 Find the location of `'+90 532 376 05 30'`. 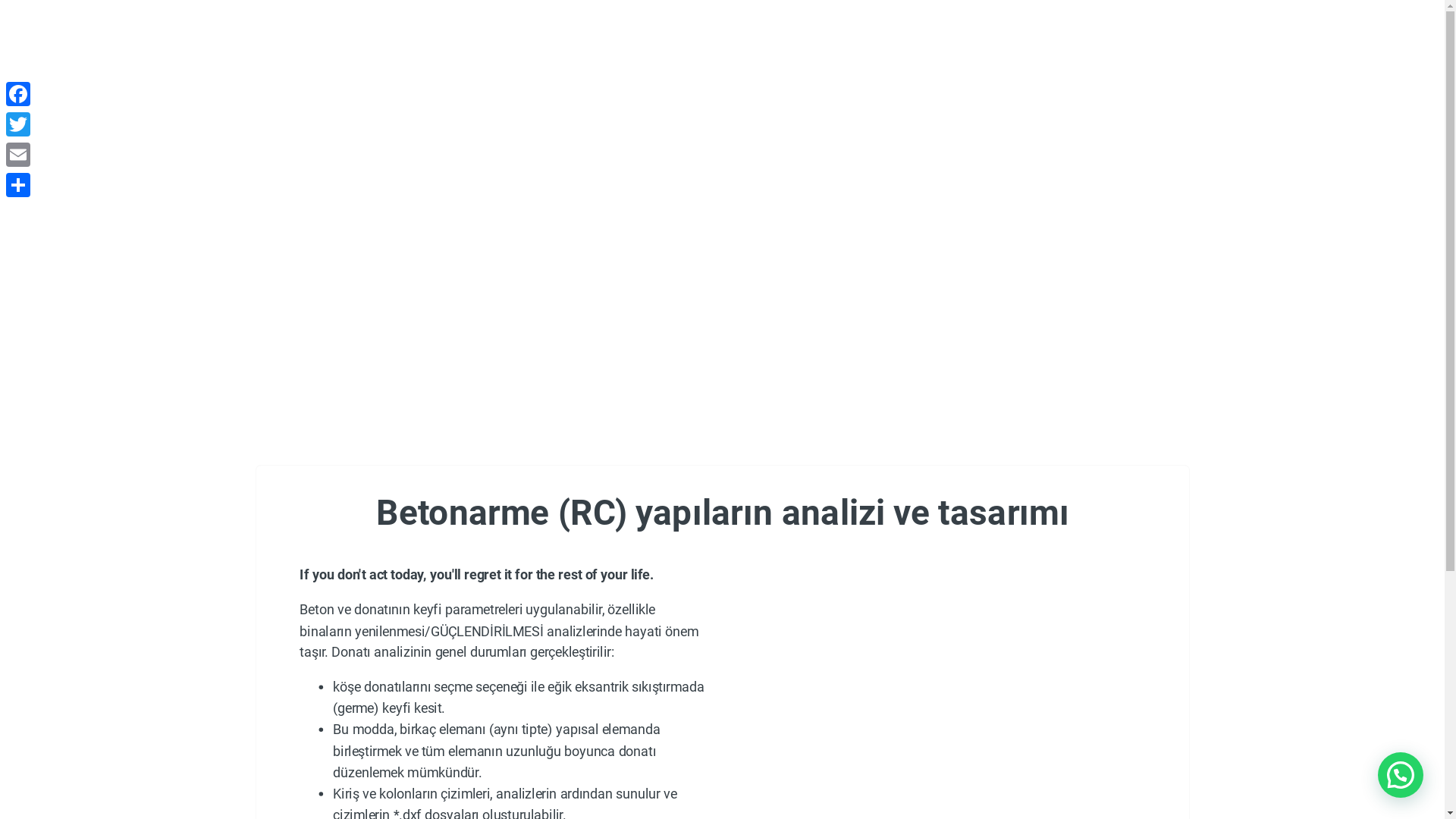

'+90 532 376 05 30' is located at coordinates (382, 15).